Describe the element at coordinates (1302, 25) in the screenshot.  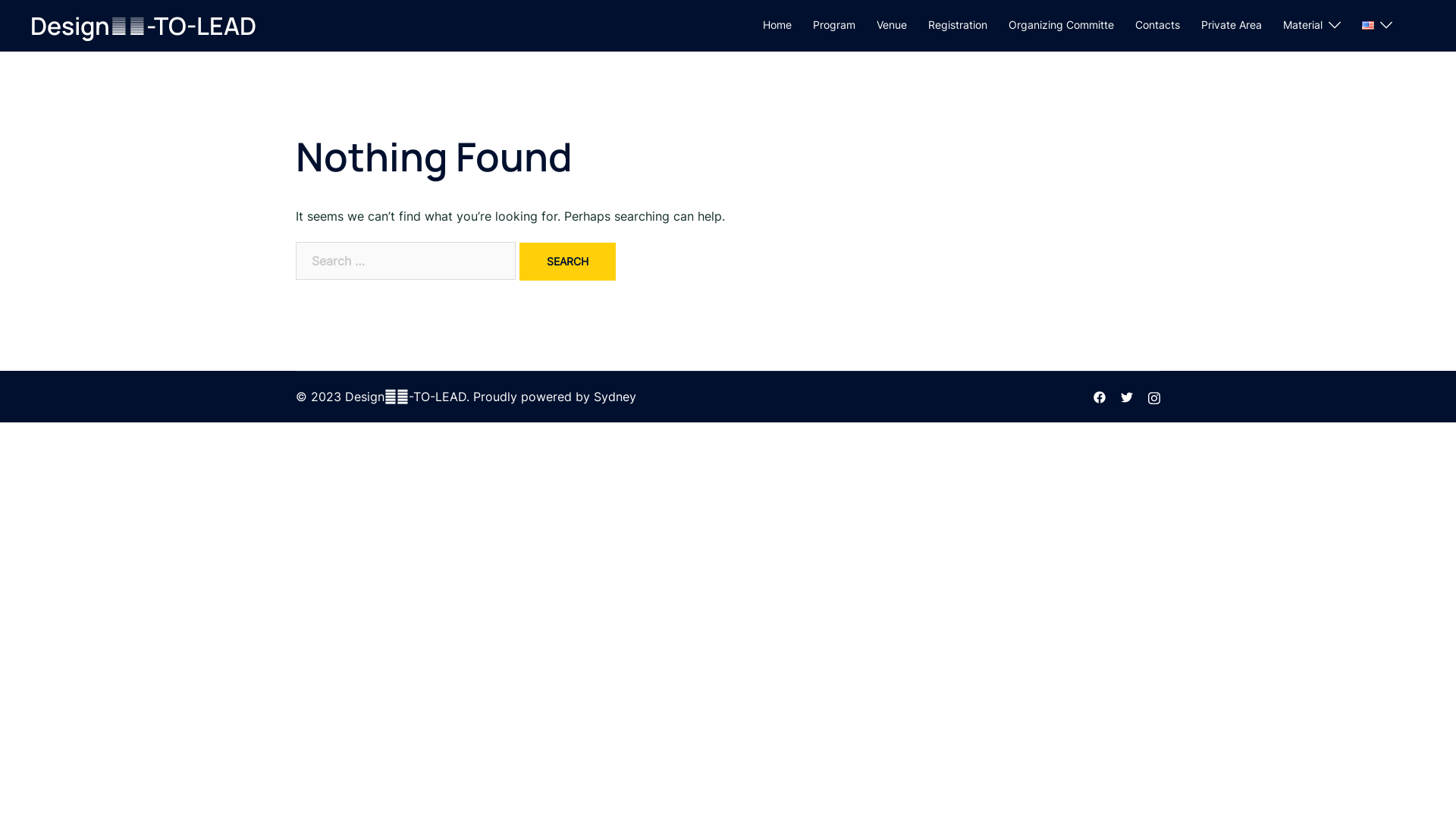
I see `'Material'` at that location.